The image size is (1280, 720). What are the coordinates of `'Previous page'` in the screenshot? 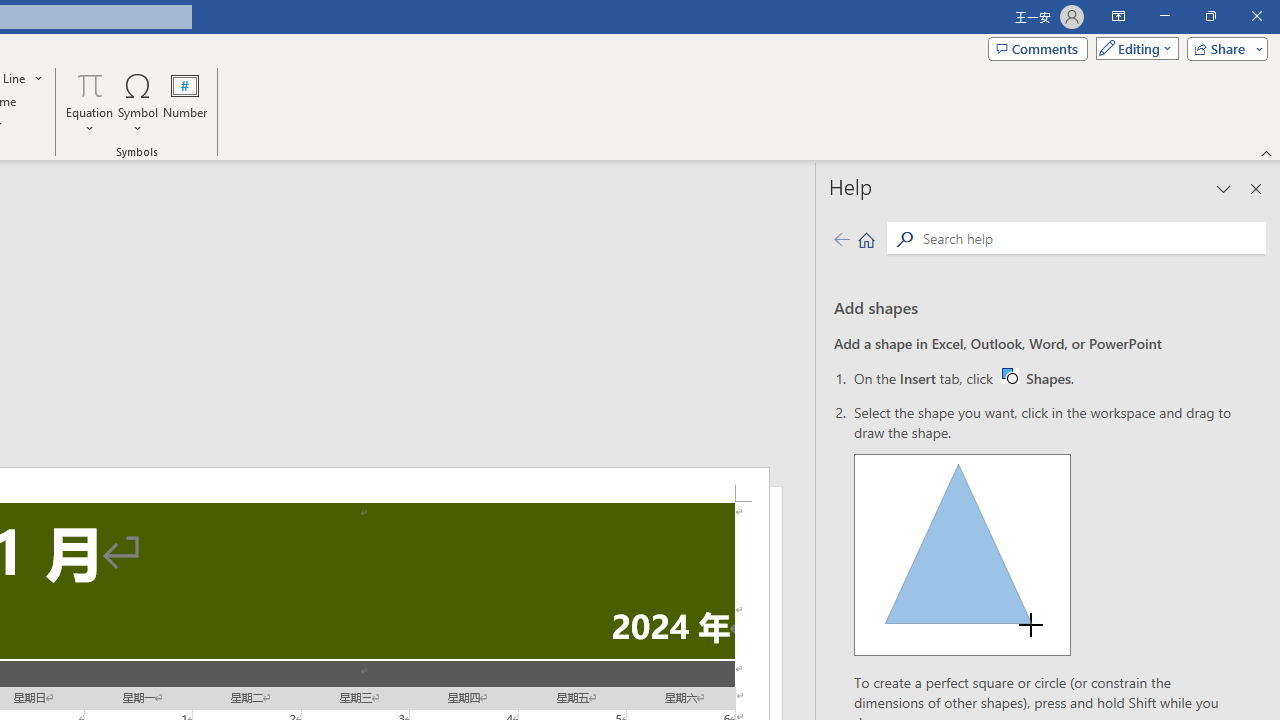 It's located at (841, 238).